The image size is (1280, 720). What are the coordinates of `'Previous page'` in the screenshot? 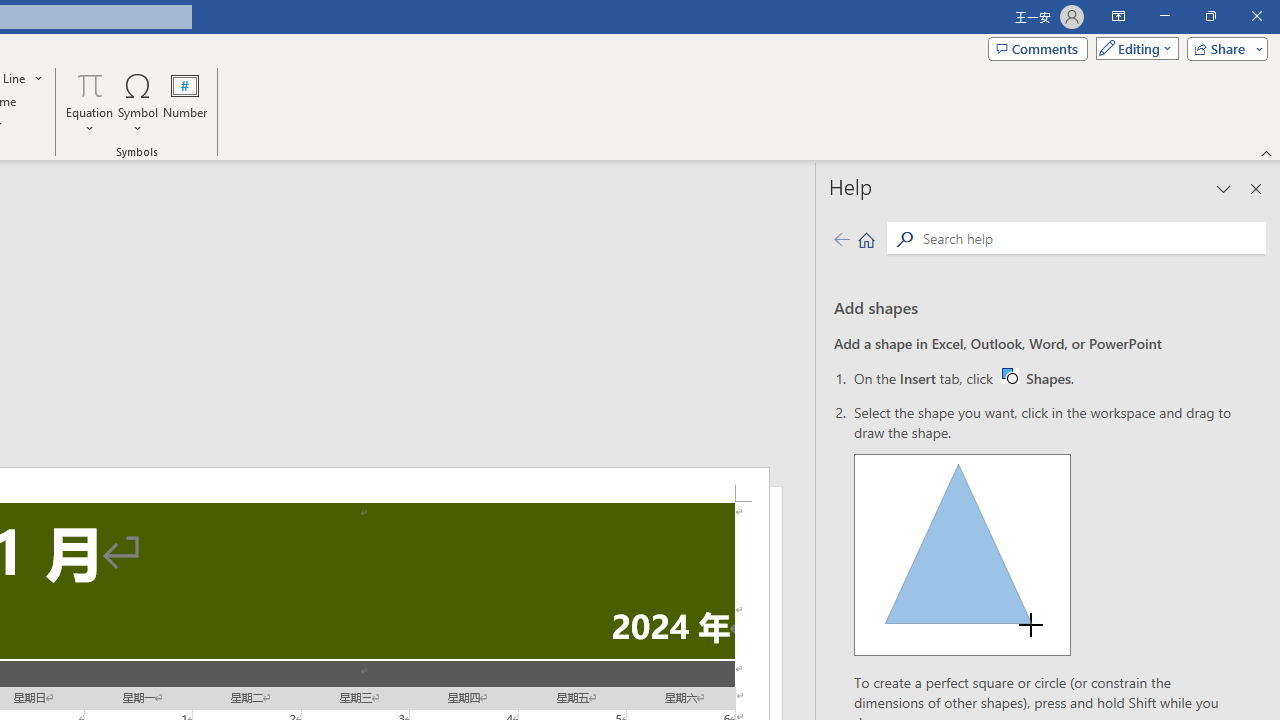 It's located at (841, 238).